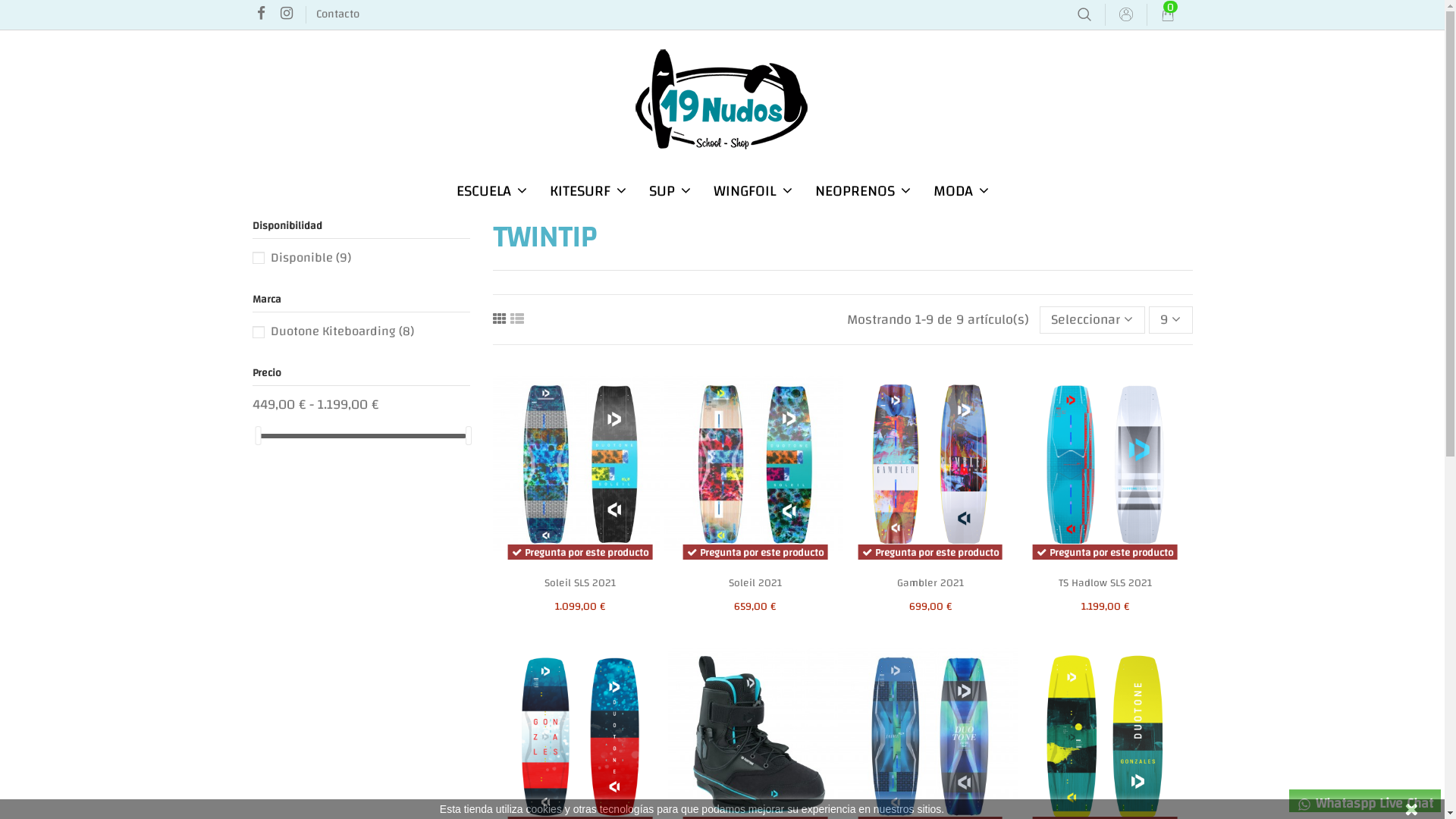 Image resolution: width=1456 pixels, height=819 pixels. Describe the element at coordinates (1365, 800) in the screenshot. I see `'Whataspp Live Chat'` at that location.